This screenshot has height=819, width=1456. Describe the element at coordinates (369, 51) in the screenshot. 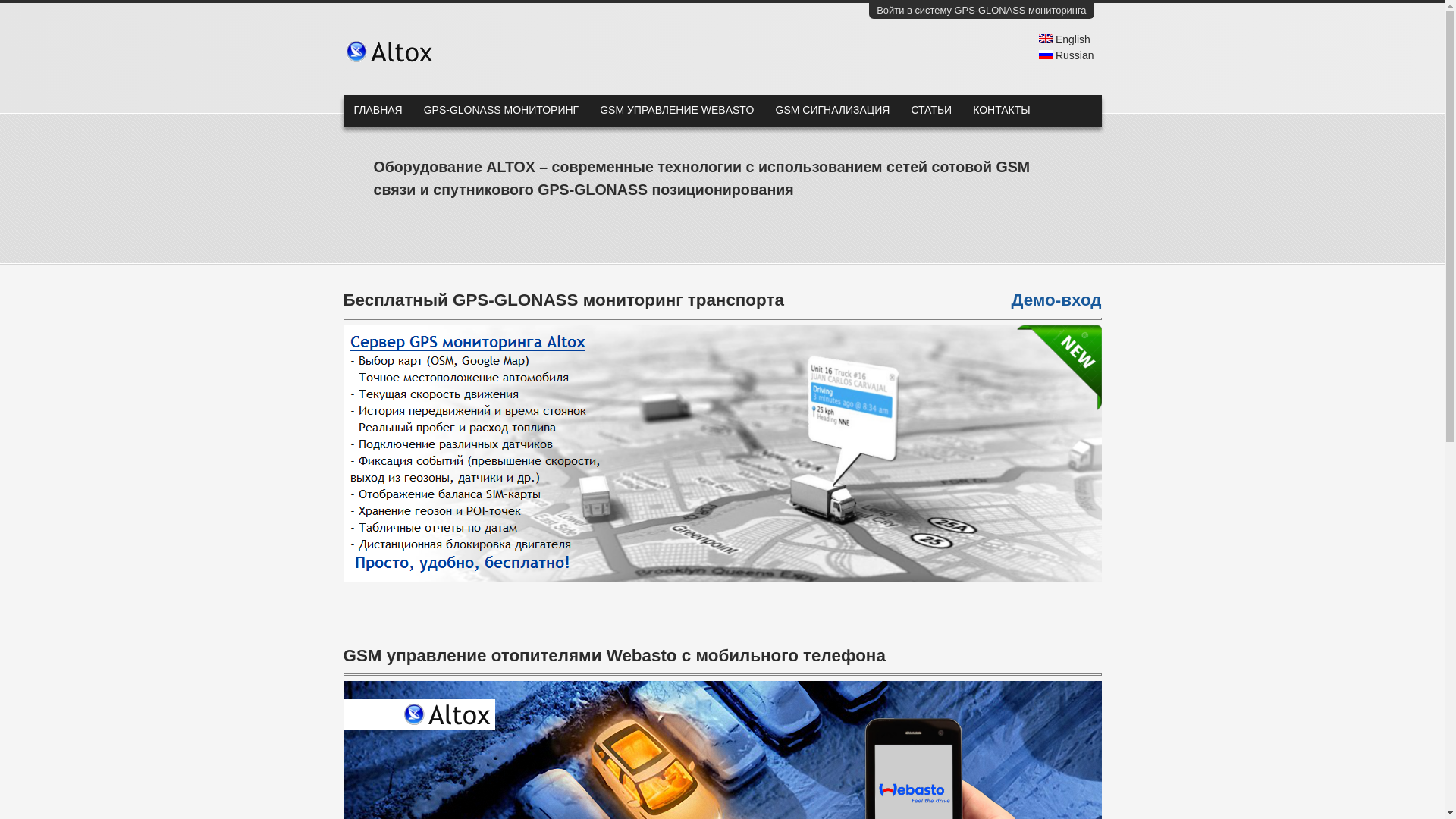

I see `'Altox'` at that location.